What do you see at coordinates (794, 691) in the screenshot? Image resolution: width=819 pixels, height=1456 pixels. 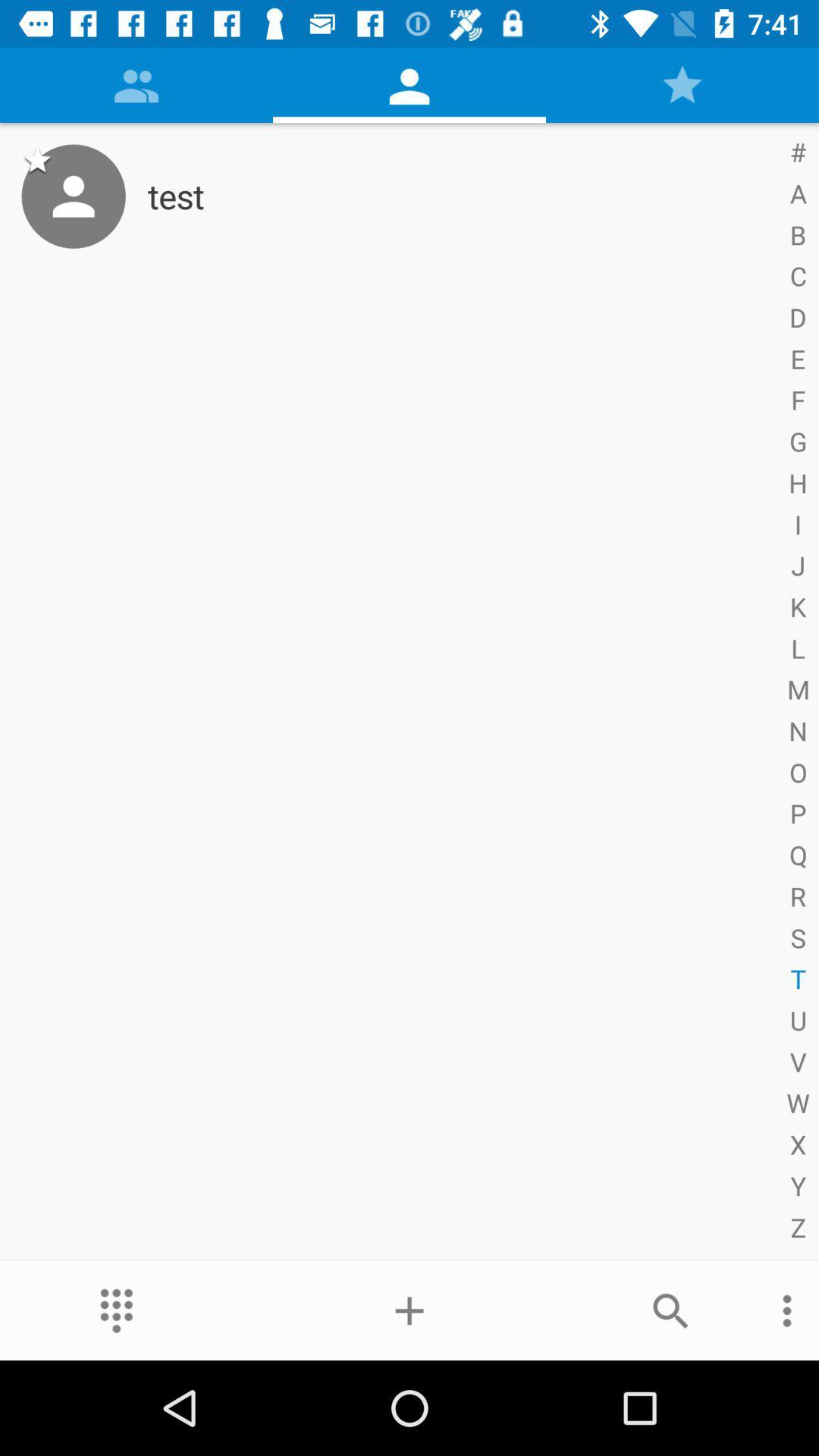 I see `item on the right` at bounding box center [794, 691].